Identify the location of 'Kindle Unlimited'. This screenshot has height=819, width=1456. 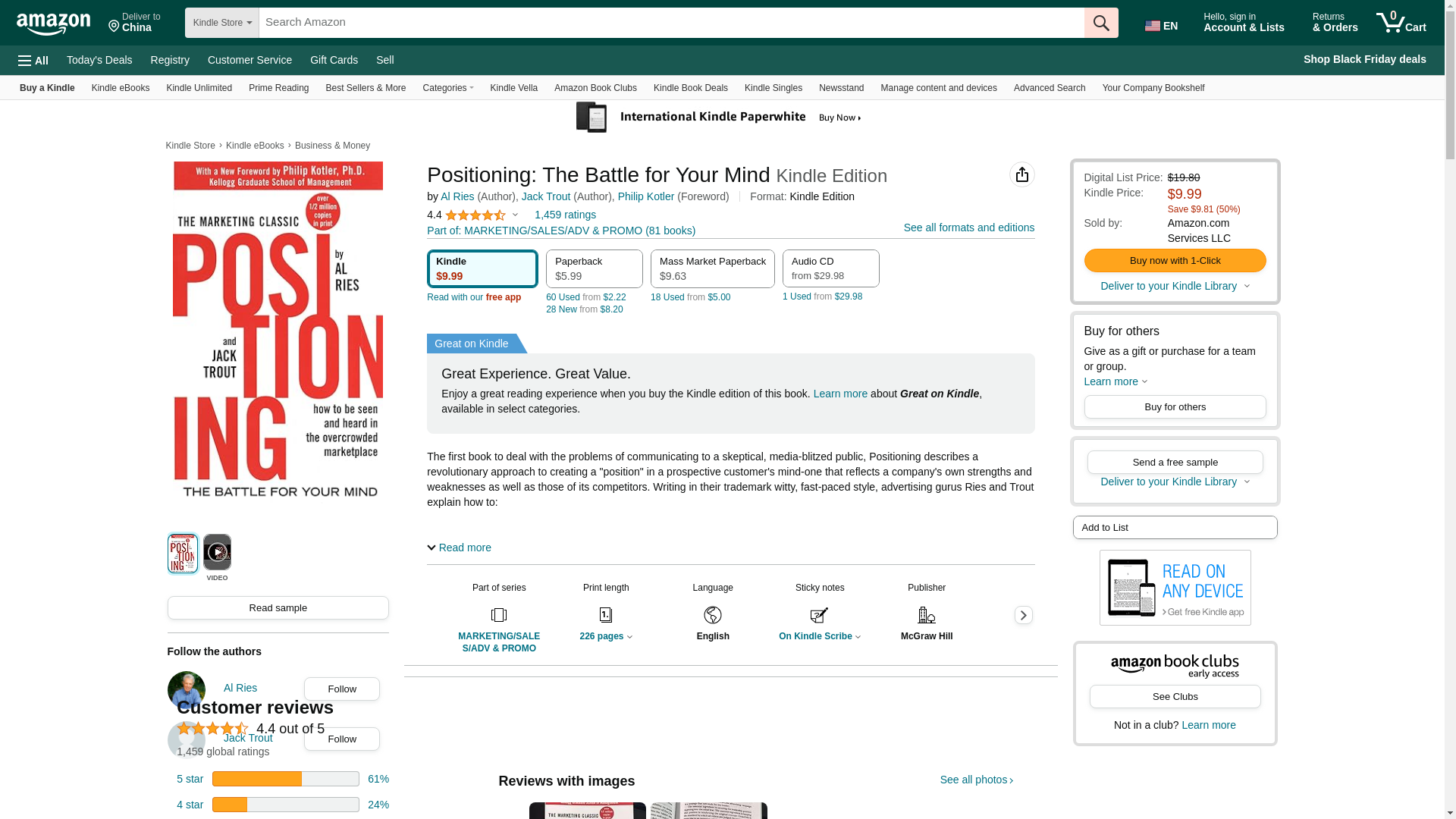
(198, 87).